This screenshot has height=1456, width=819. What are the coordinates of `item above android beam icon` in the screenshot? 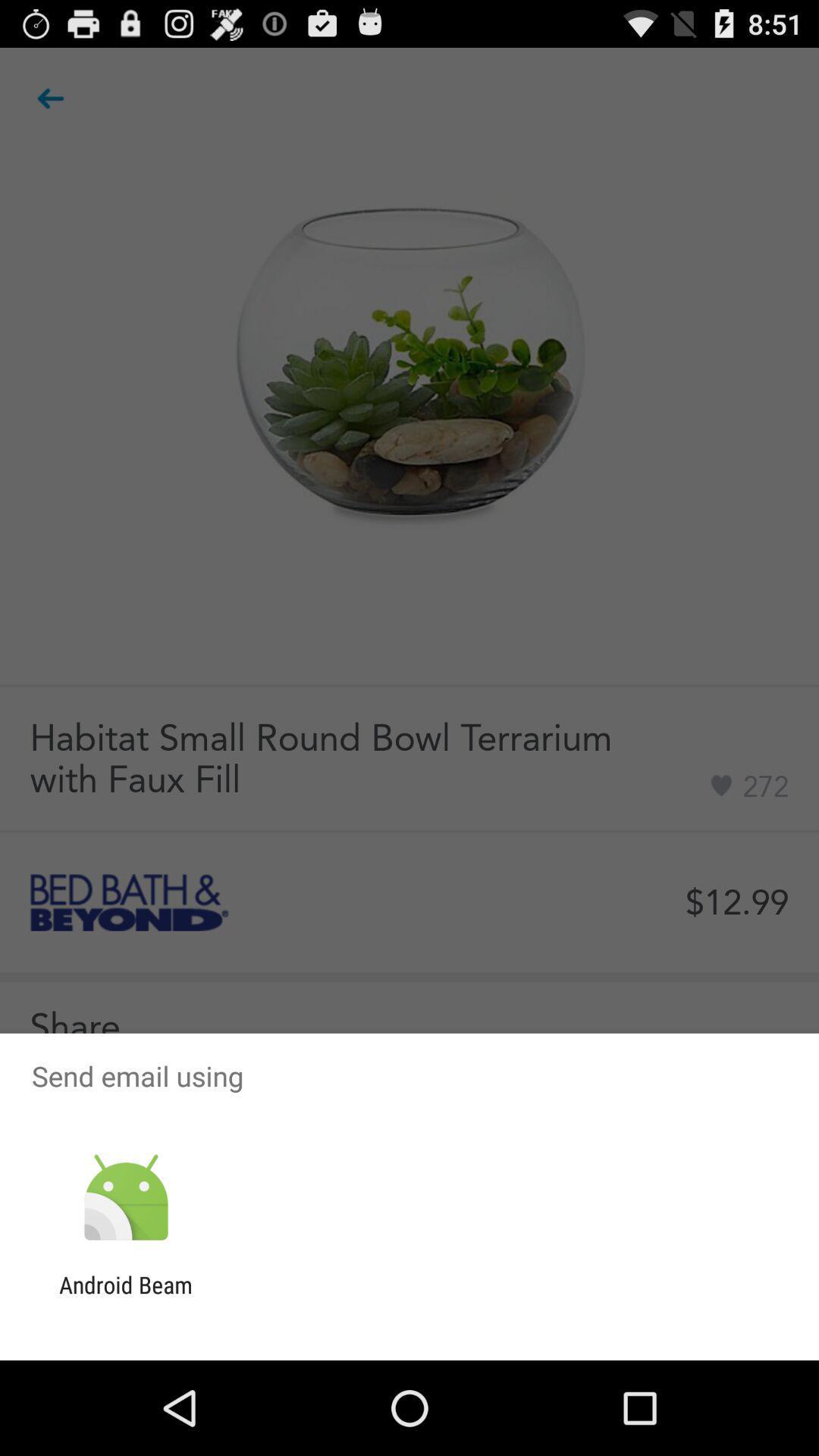 It's located at (125, 1197).